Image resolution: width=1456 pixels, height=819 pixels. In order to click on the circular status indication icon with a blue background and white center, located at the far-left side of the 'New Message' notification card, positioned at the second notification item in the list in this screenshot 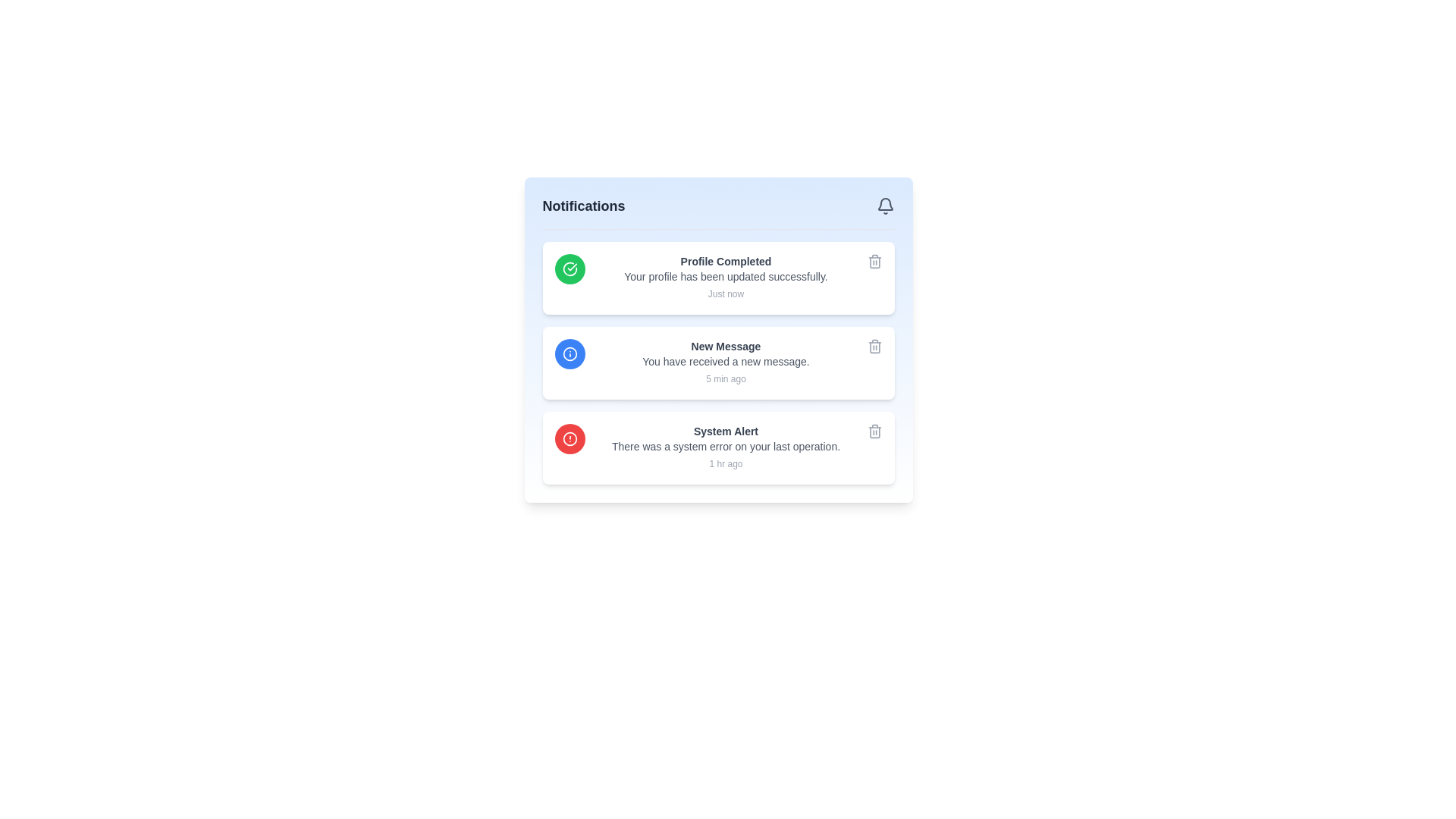, I will do `click(569, 353)`.